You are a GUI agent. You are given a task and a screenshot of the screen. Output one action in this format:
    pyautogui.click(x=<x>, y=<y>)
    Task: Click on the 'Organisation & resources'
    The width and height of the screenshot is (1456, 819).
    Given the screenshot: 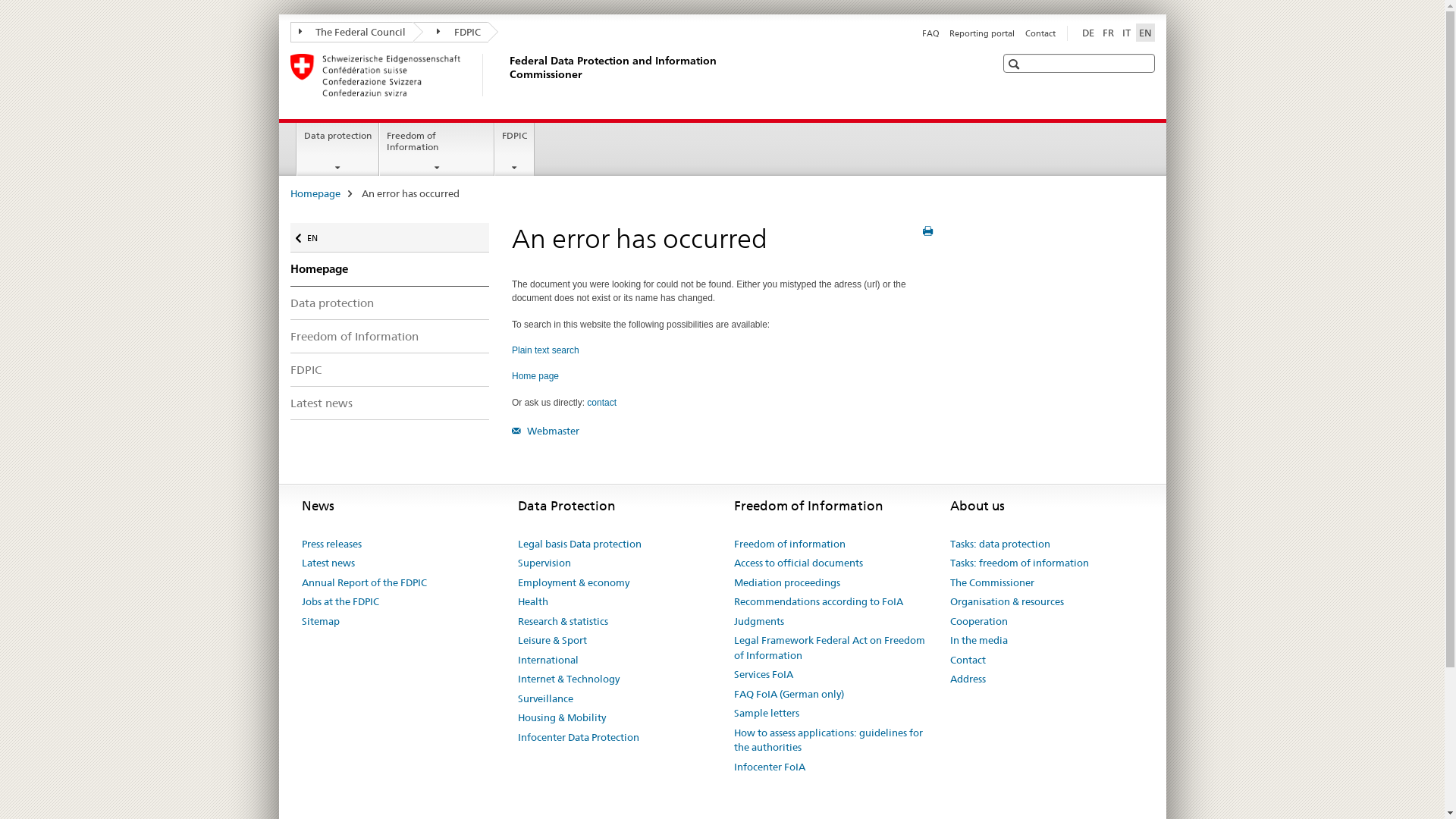 What is the action you would take?
    pyautogui.click(x=949, y=601)
    